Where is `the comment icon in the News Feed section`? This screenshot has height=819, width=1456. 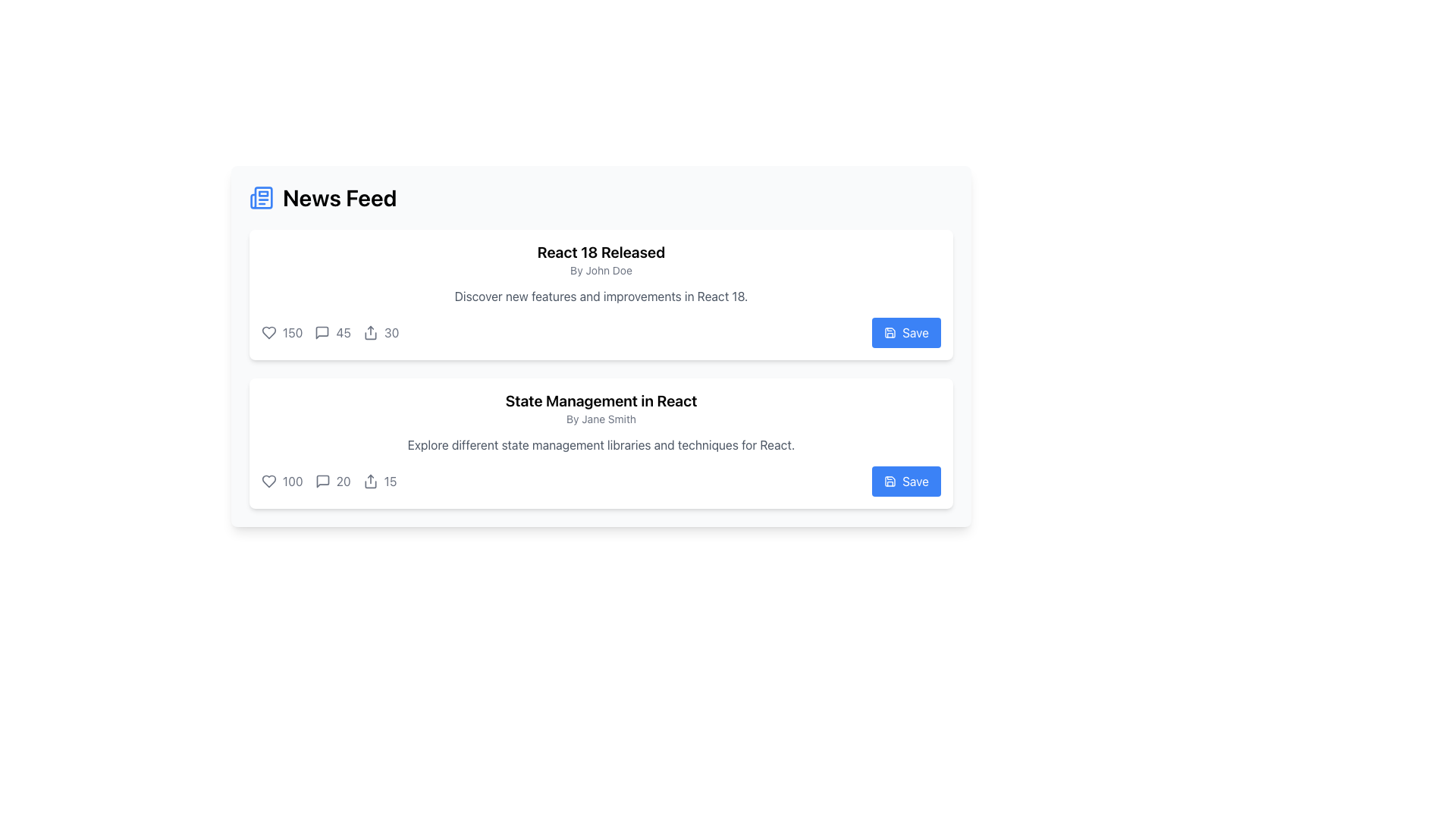 the comment icon in the News Feed section is located at coordinates (322, 332).